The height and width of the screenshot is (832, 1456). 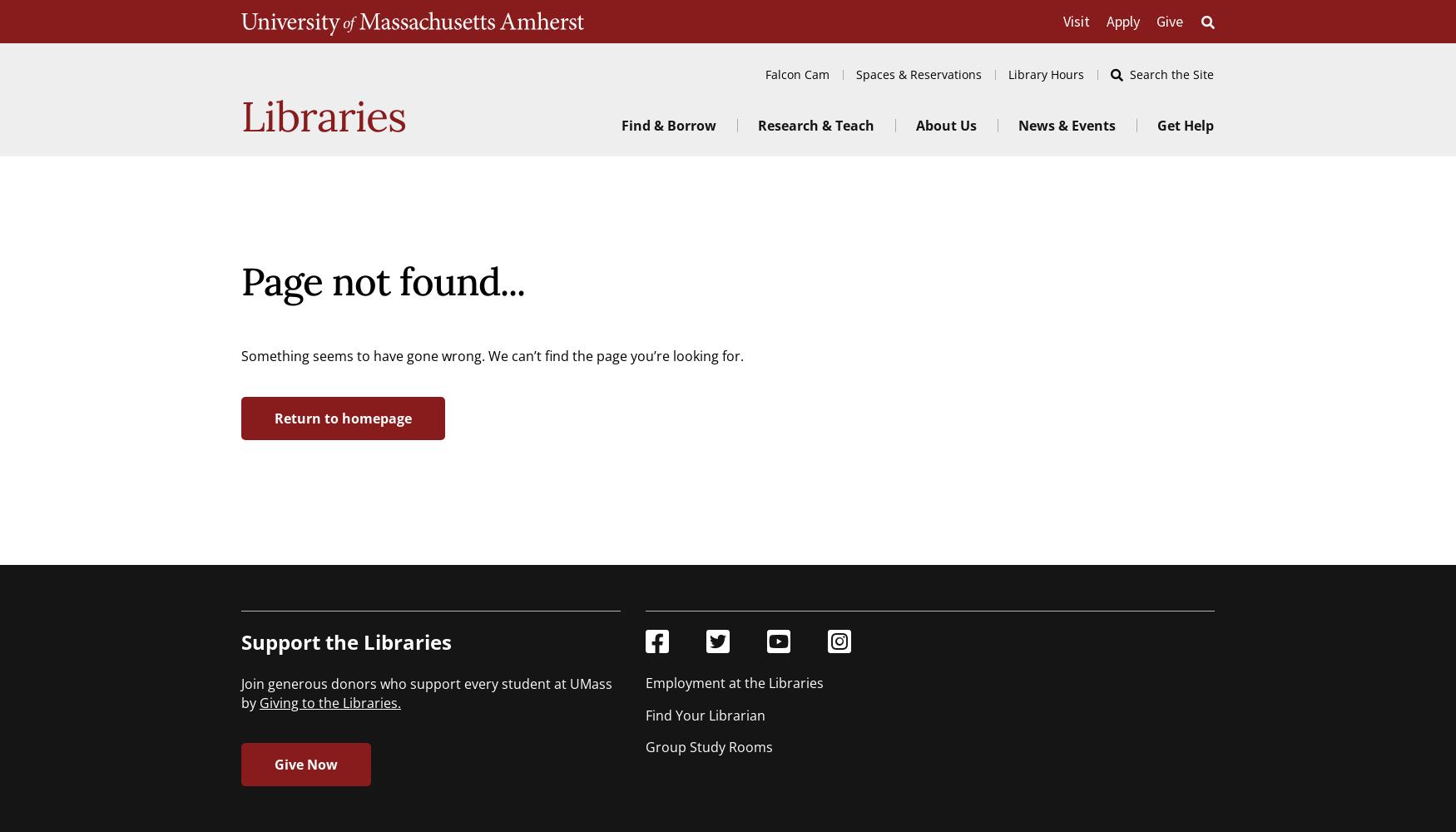 I want to click on 'Spaces & Reservations', so click(x=919, y=72).